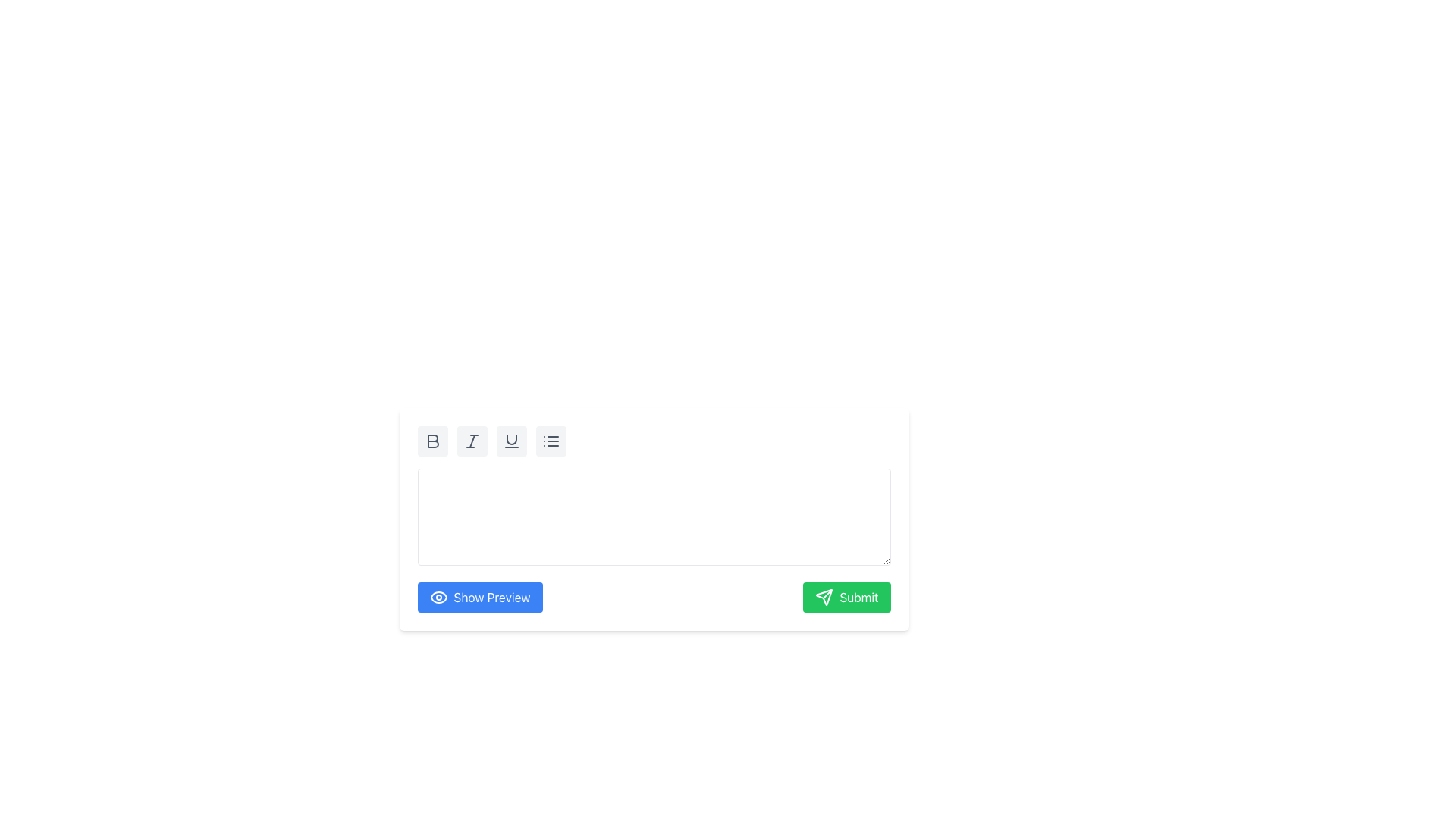 Image resolution: width=1456 pixels, height=819 pixels. What do you see at coordinates (511, 441) in the screenshot?
I see `the underline button, which is the fourth button in the horizontal formatting toolbar, to apply underline styling` at bounding box center [511, 441].